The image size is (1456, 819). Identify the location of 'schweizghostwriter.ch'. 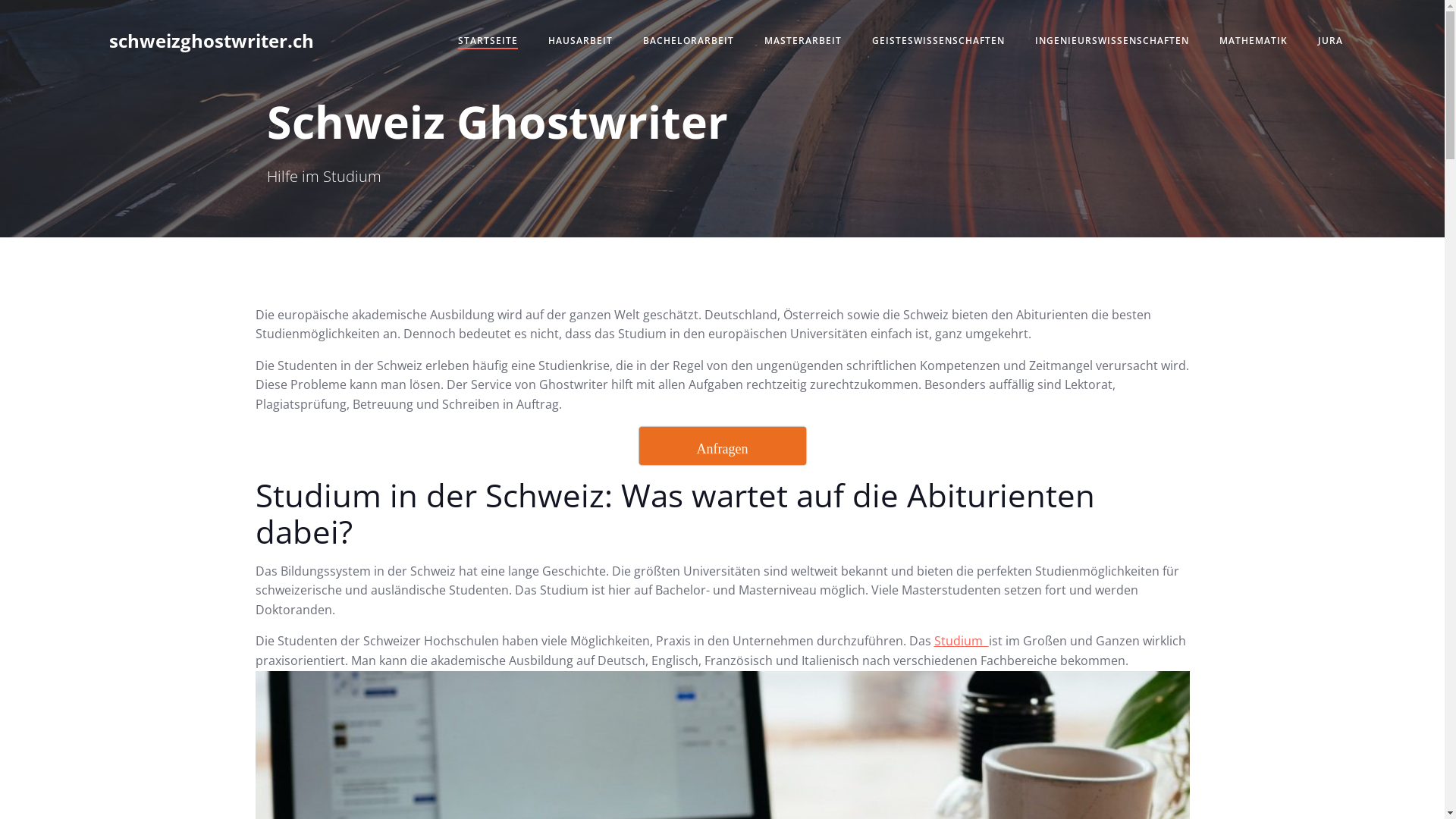
(210, 40).